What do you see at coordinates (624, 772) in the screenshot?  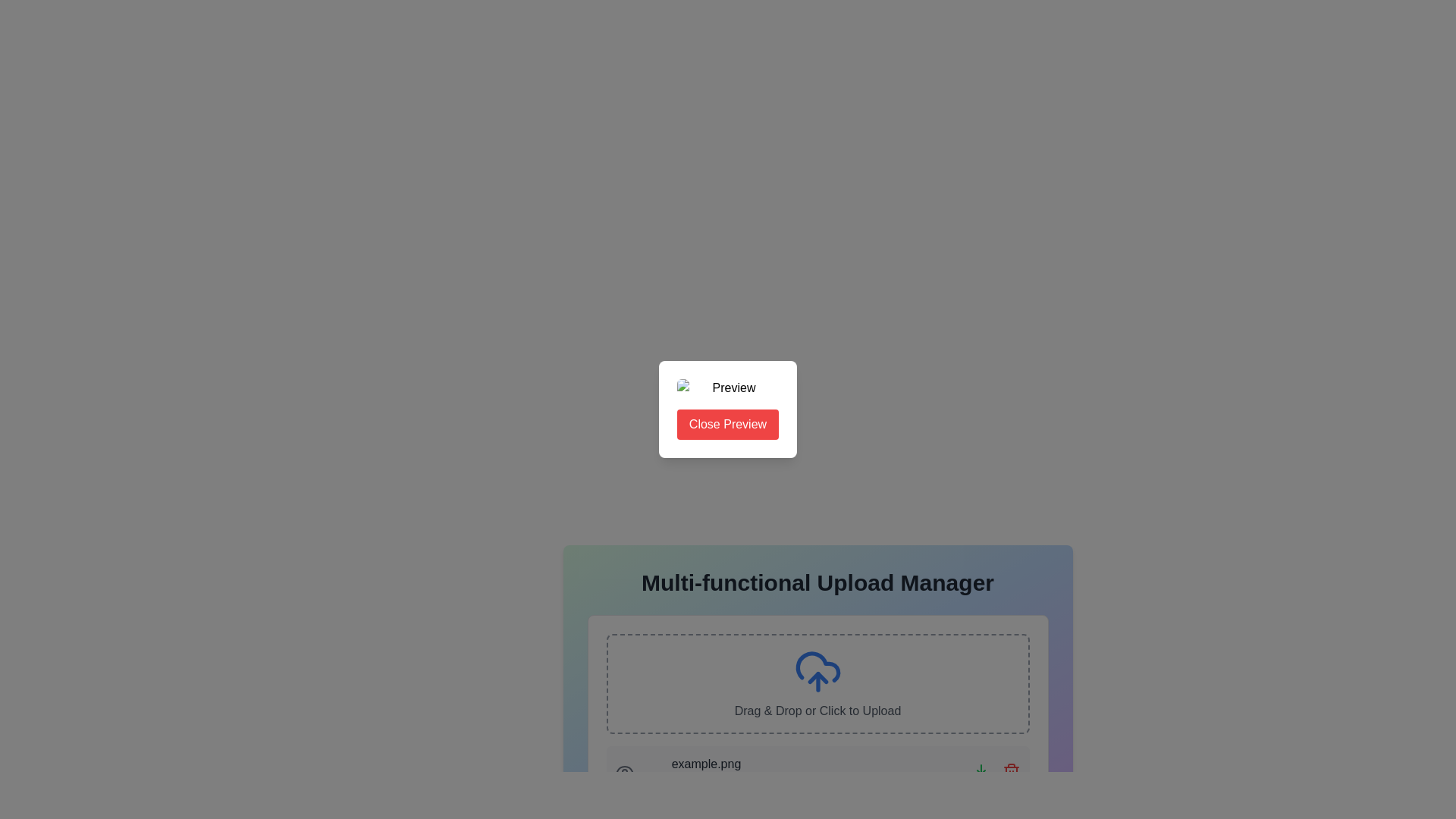 I see `the eye icon button located to the left of the text 'example.png 2.0 KB'` at bounding box center [624, 772].